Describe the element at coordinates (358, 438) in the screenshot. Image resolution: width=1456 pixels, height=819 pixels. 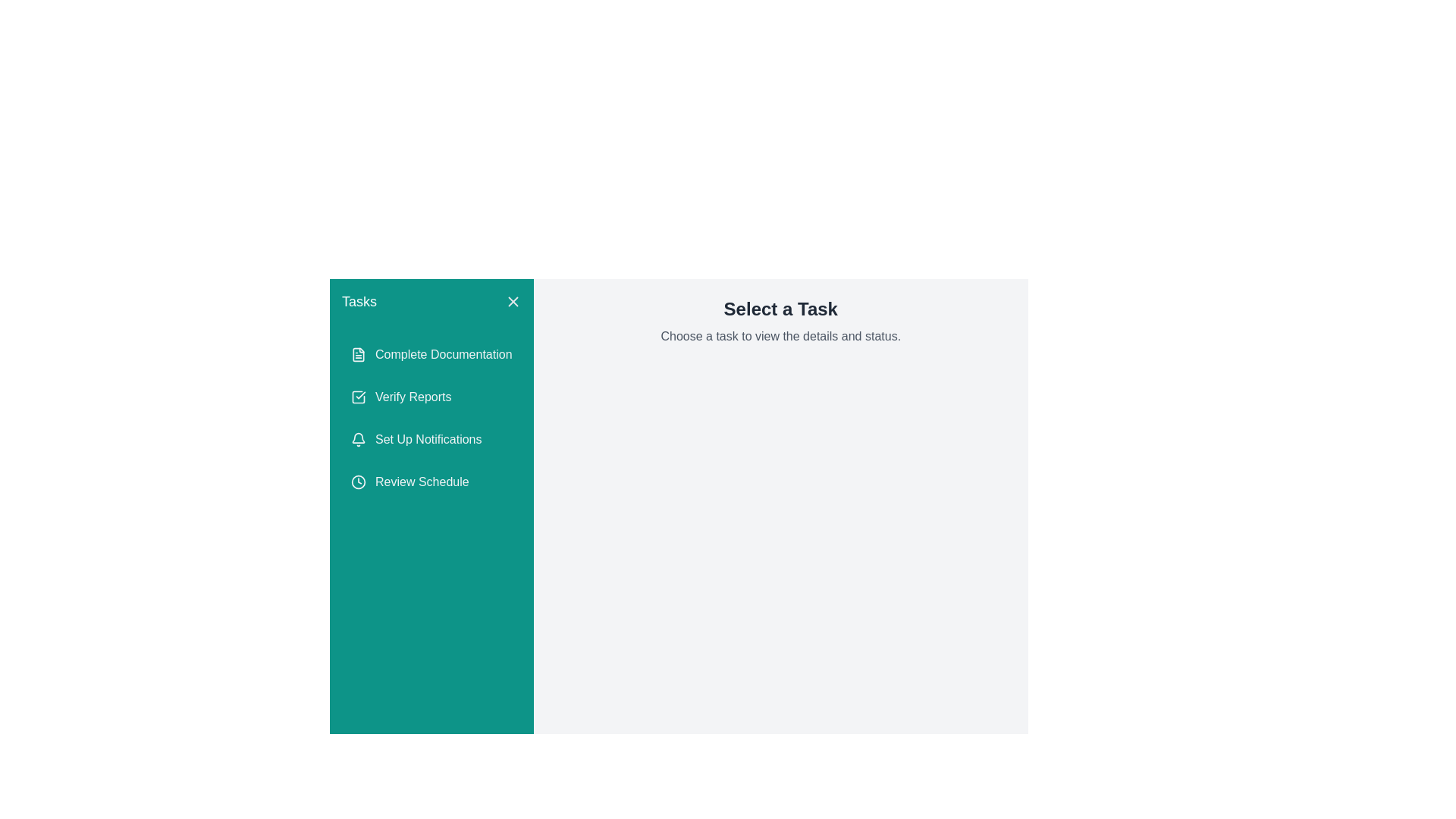
I see `the bell icon representing notifications within the 'Set Up Notifications' menu item, located in the third item of the vertical list in the sidebar menu labeled 'Tasks'` at that location.